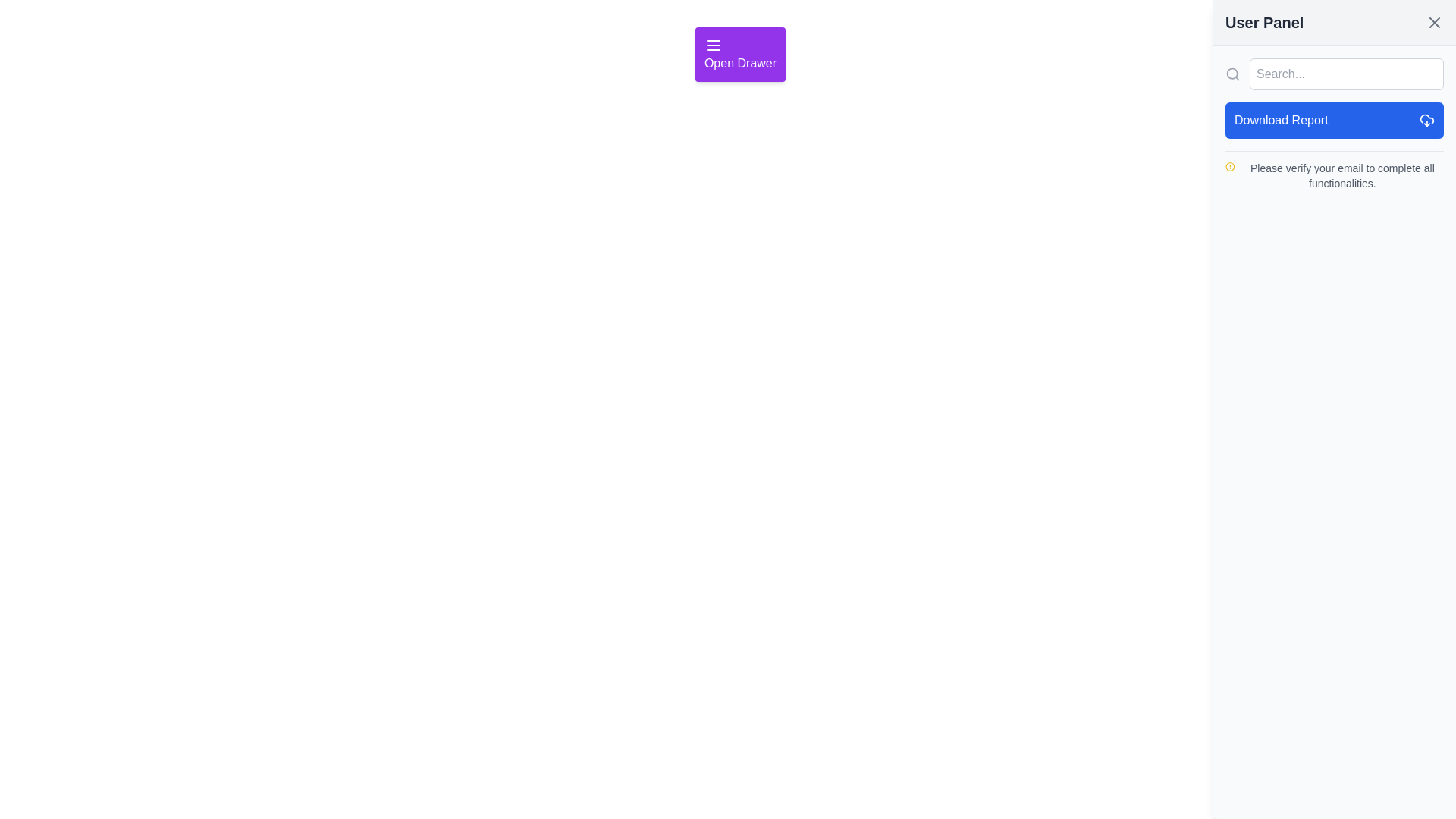 The height and width of the screenshot is (819, 1456). Describe the element at coordinates (1335, 119) in the screenshot. I see `the button labeled 'Download Report' with a blue background located in the right-side panel beneath the 'Search...' input field` at that location.